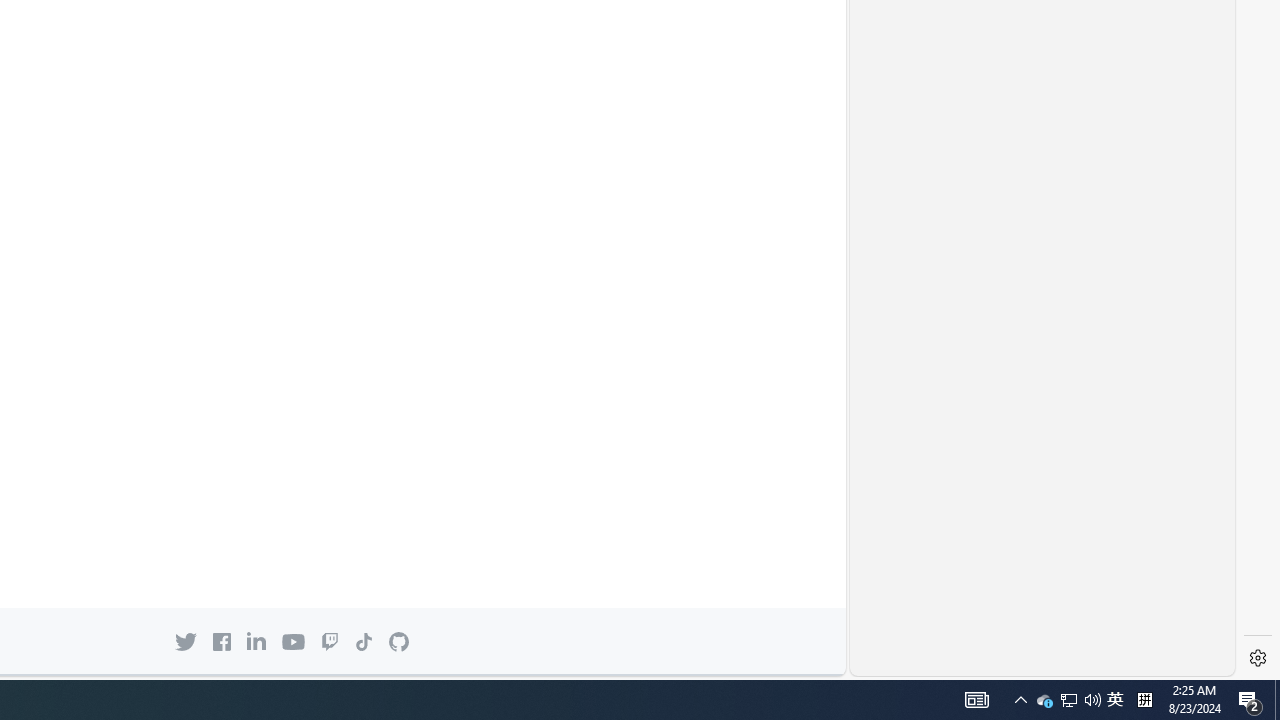  Describe the element at coordinates (330, 641) in the screenshot. I see `'GitHub on Twitch'` at that location.